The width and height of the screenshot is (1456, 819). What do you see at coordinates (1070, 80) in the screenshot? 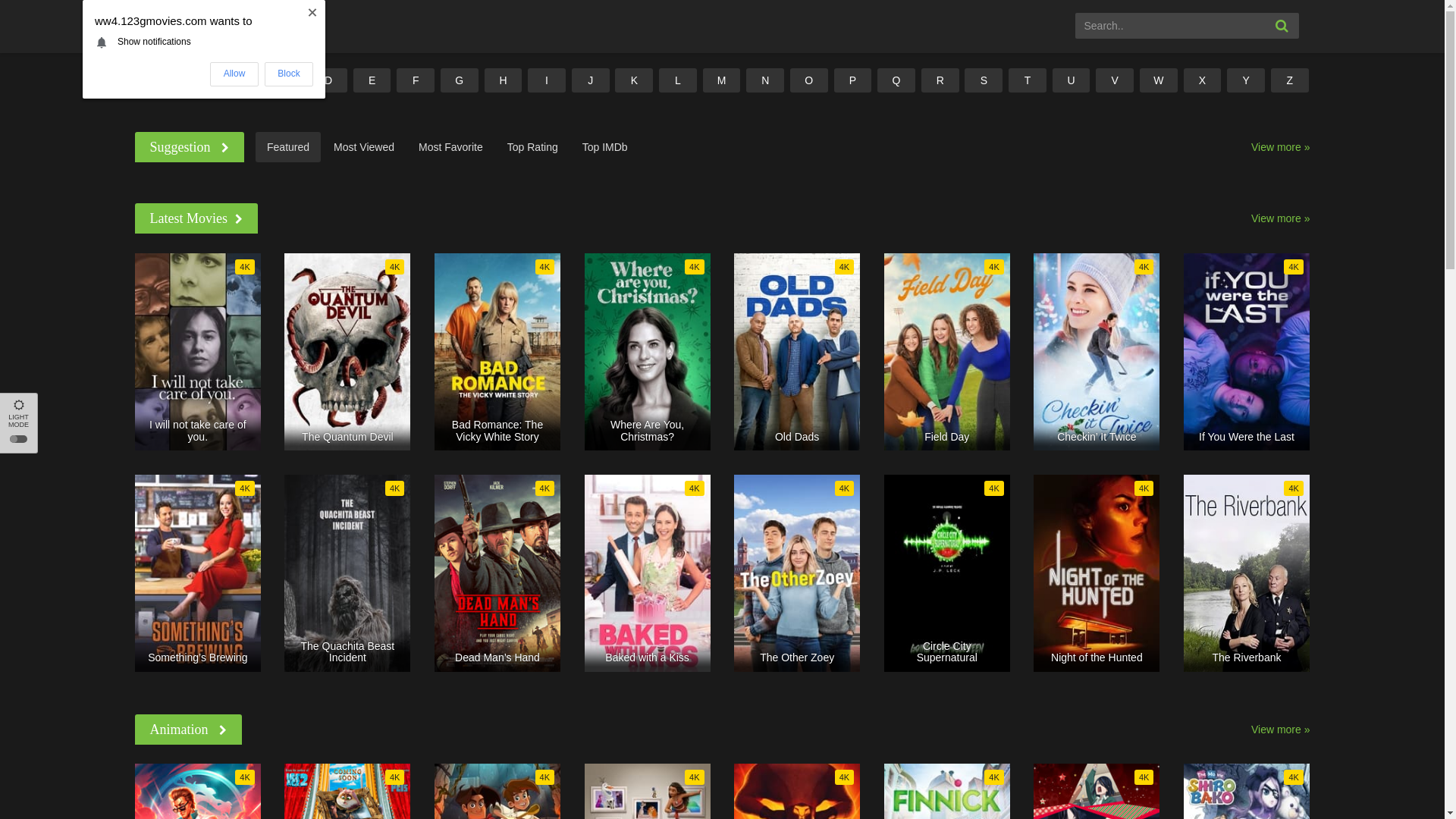
I see `'U'` at bounding box center [1070, 80].